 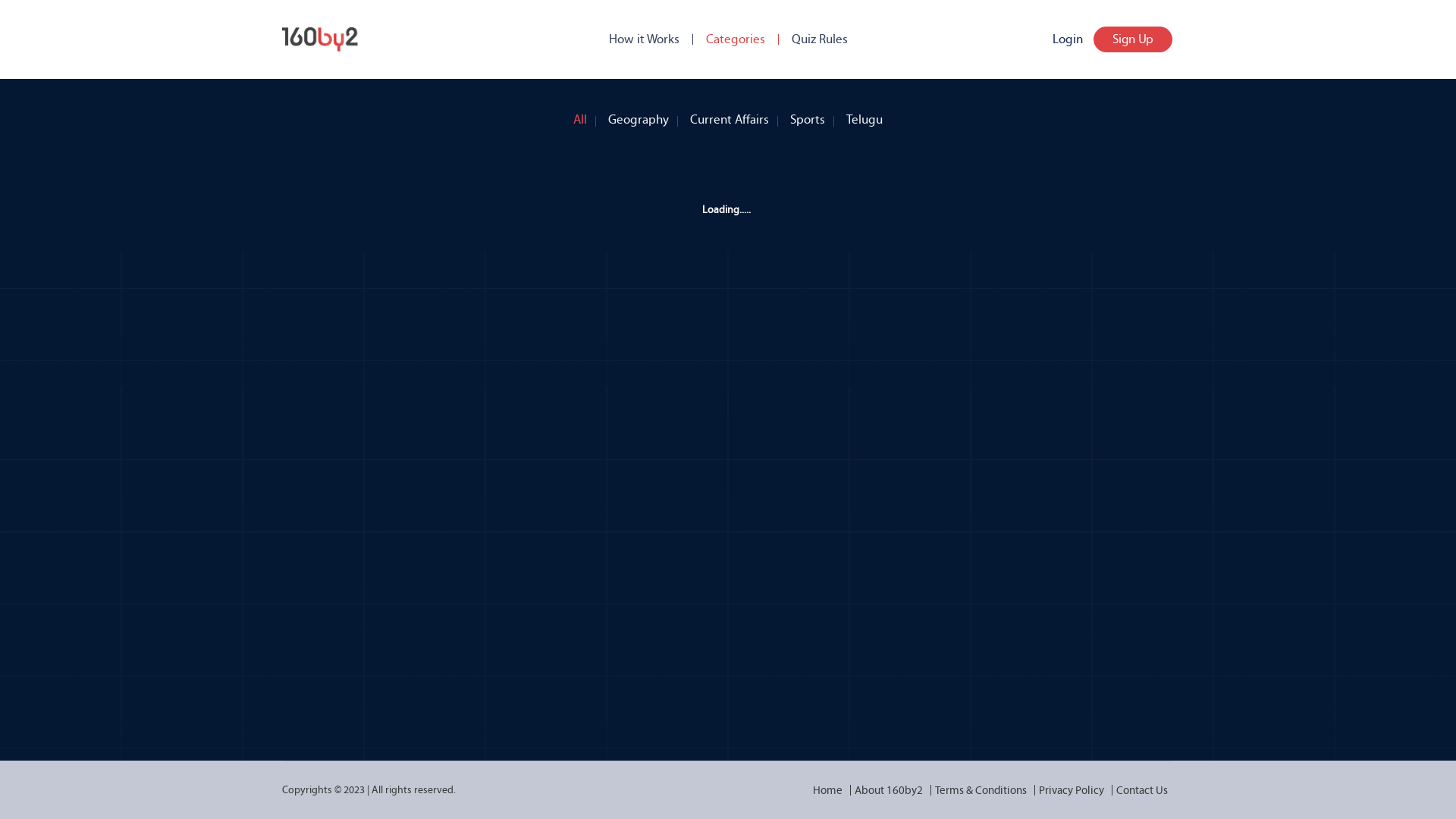 I want to click on 'Privacy Policy', so click(x=1070, y=789).